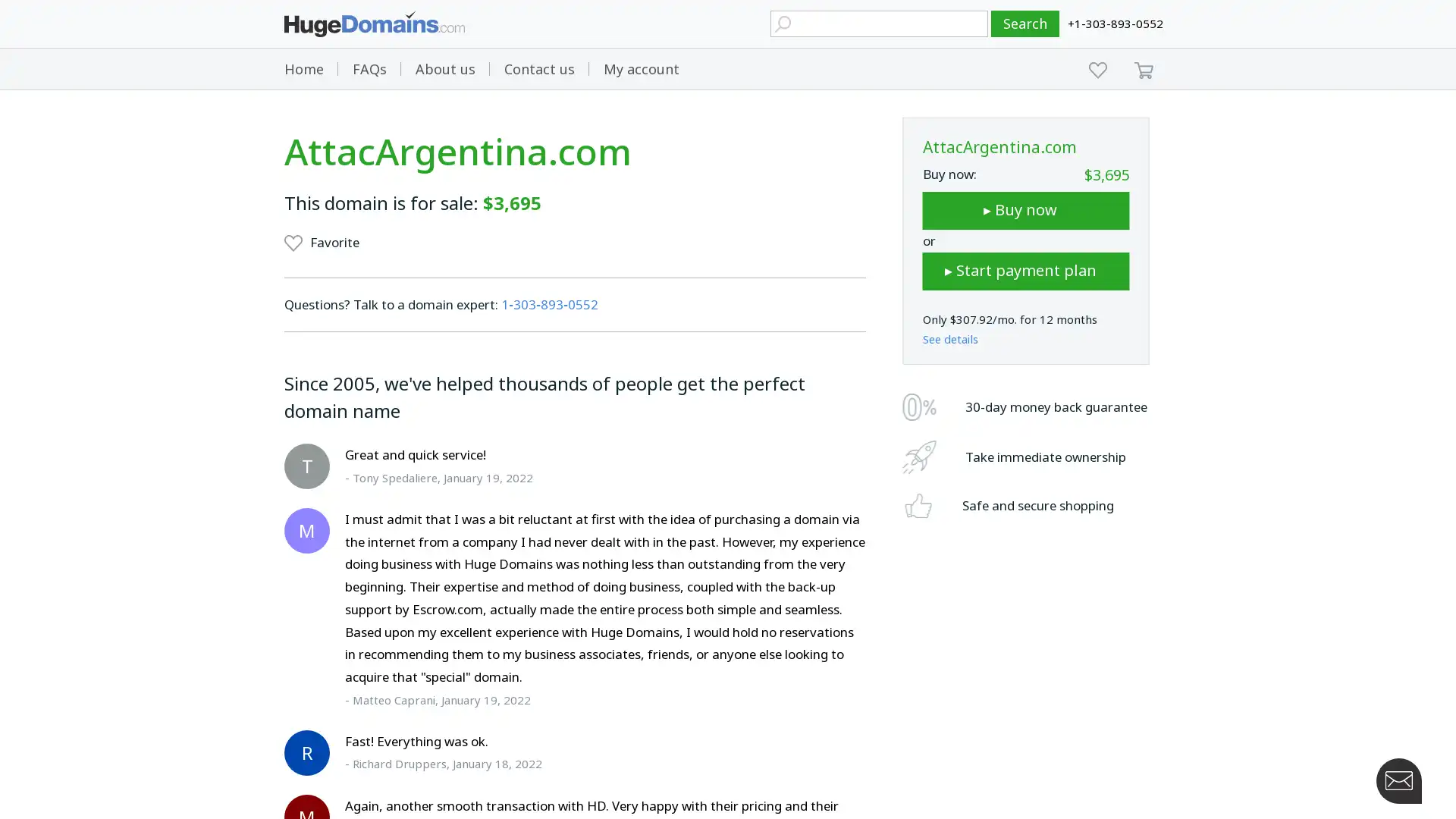 Image resolution: width=1456 pixels, height=819 pixels. What do you see at coordinates (1025, 24) in the screenshot?
I see `Search` at bounding box center [1025, 24].